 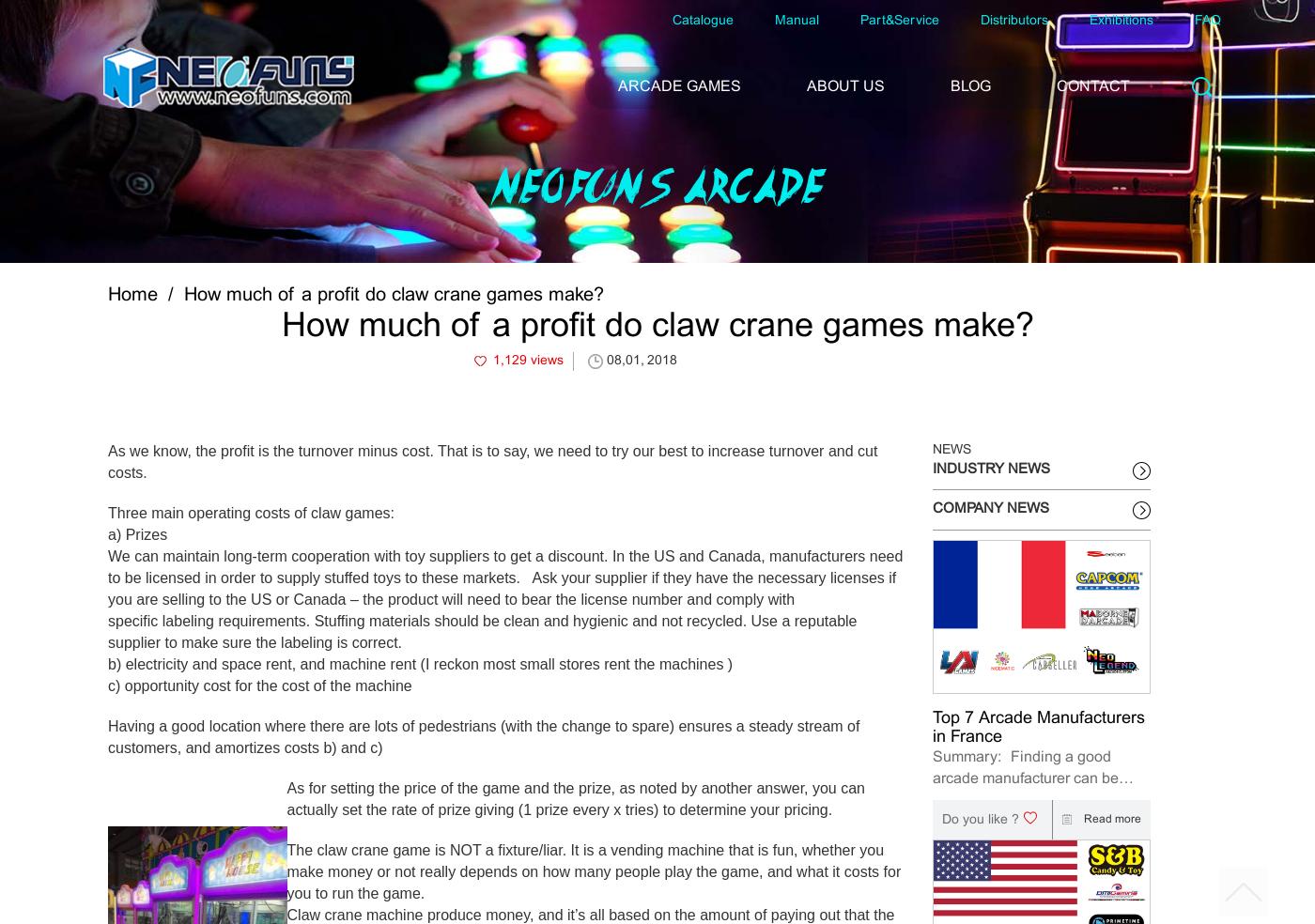 What do you see at coordinates (286, 870) in the screenshot?
I see `'The claw crane game is NOT a fixture/liar. It is a vending machine that is fun, whether you make money or not really depends on how many people play the game, and what it costs for you to run the game.'` at bounding box center [286, 870].